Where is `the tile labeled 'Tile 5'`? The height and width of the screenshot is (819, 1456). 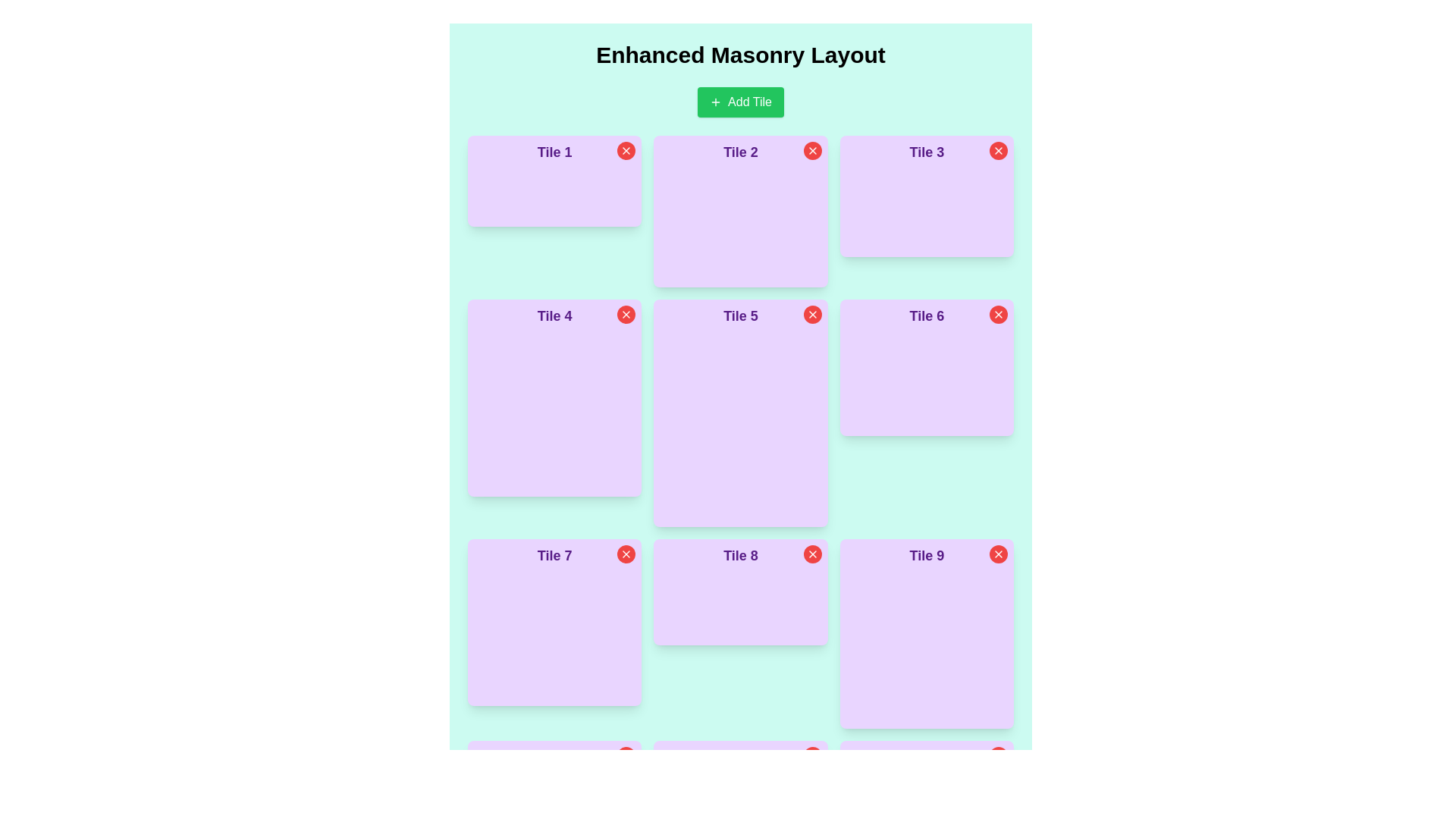
the tile labeled 'Tile 5' is located at coordinates (740, 413).